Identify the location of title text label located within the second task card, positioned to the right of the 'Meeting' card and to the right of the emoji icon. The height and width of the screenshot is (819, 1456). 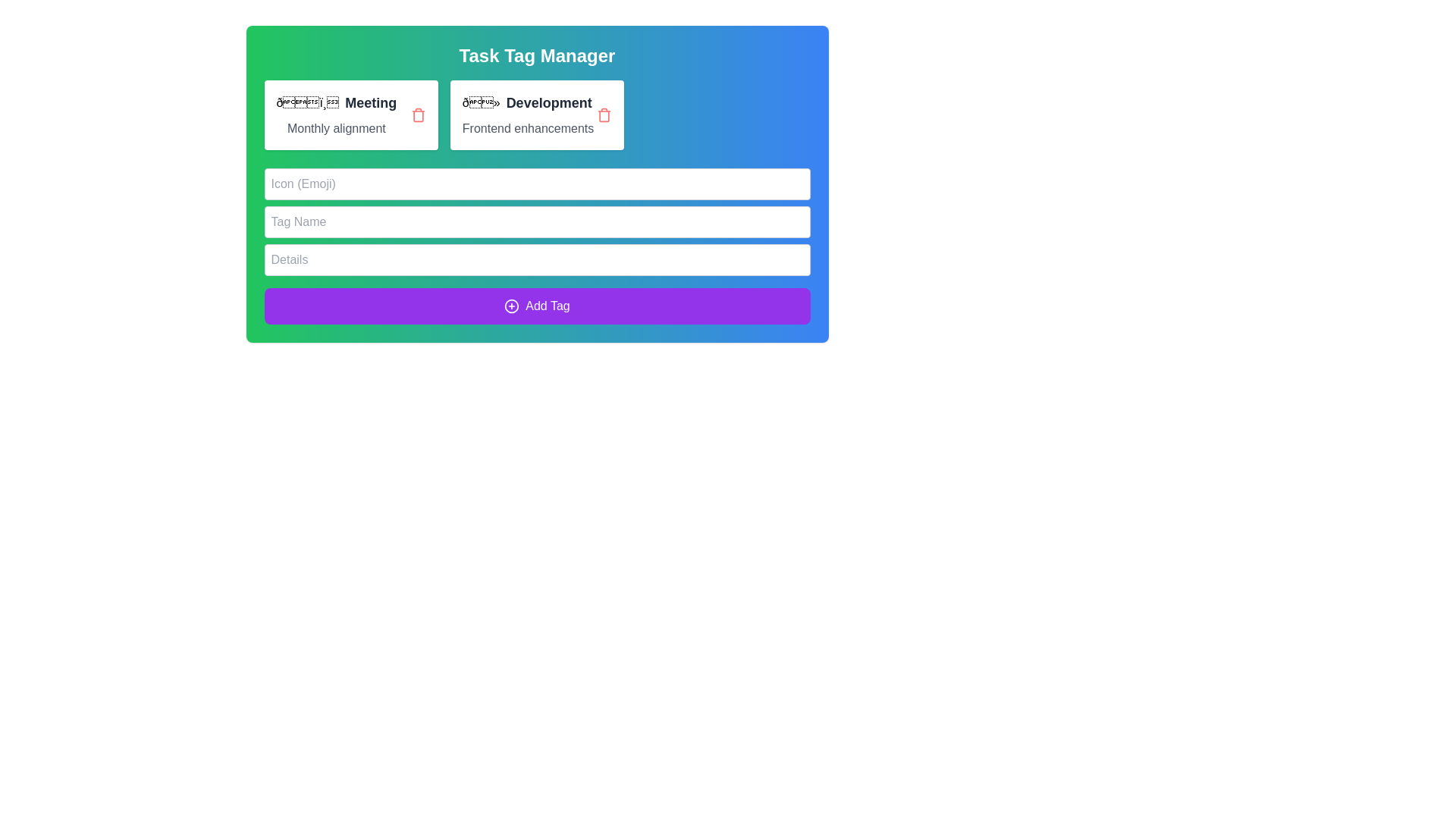
(548, 102).